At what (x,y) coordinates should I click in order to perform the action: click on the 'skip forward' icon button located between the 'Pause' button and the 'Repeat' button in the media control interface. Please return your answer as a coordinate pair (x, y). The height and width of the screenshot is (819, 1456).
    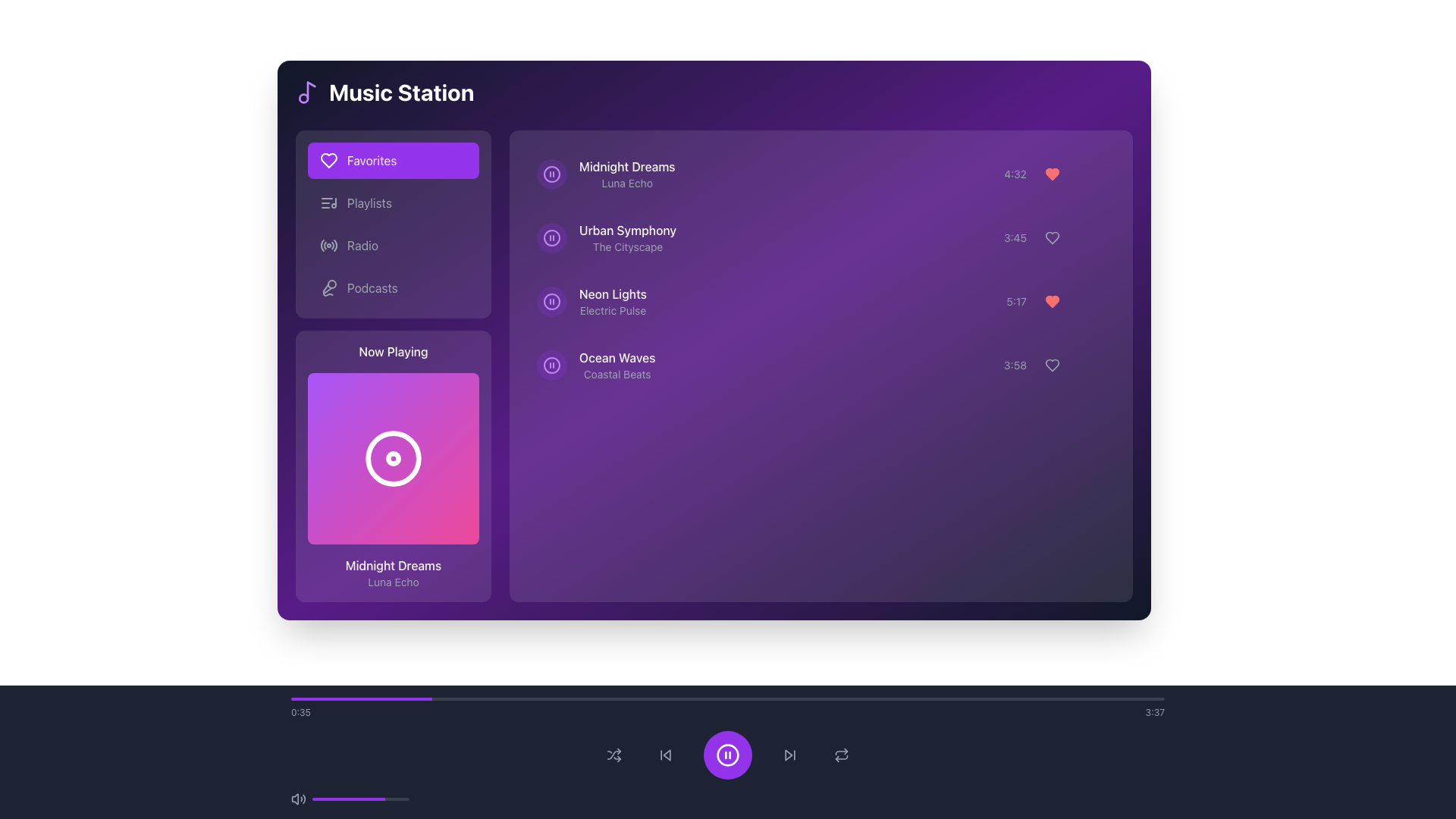
    Looking at the image, I should click on (789, 755).